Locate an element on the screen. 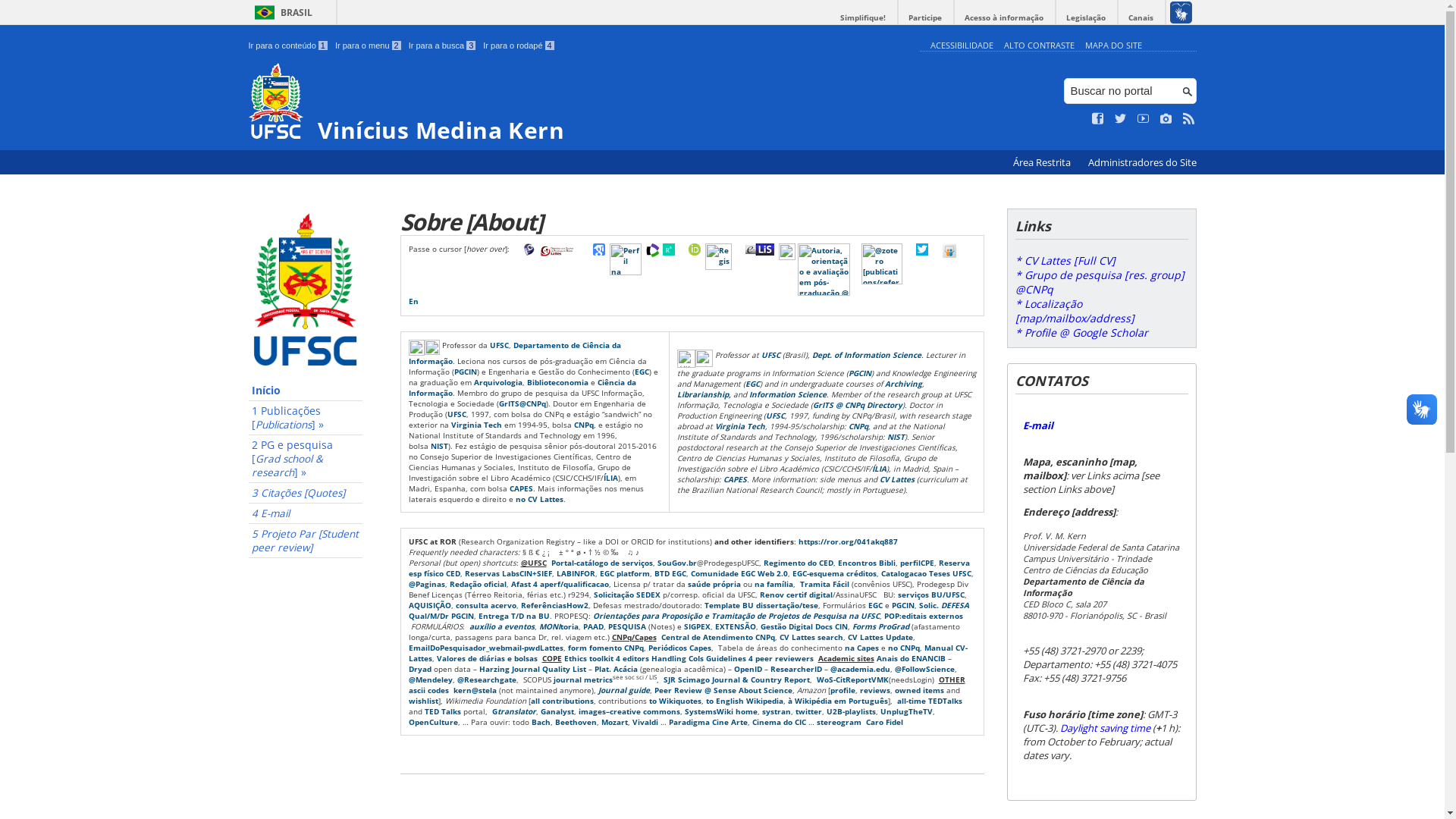 Image resolution: width=1456 pixels, height=819 pixels. 'form fomento CNPq' is located at coordinates (566, 647).